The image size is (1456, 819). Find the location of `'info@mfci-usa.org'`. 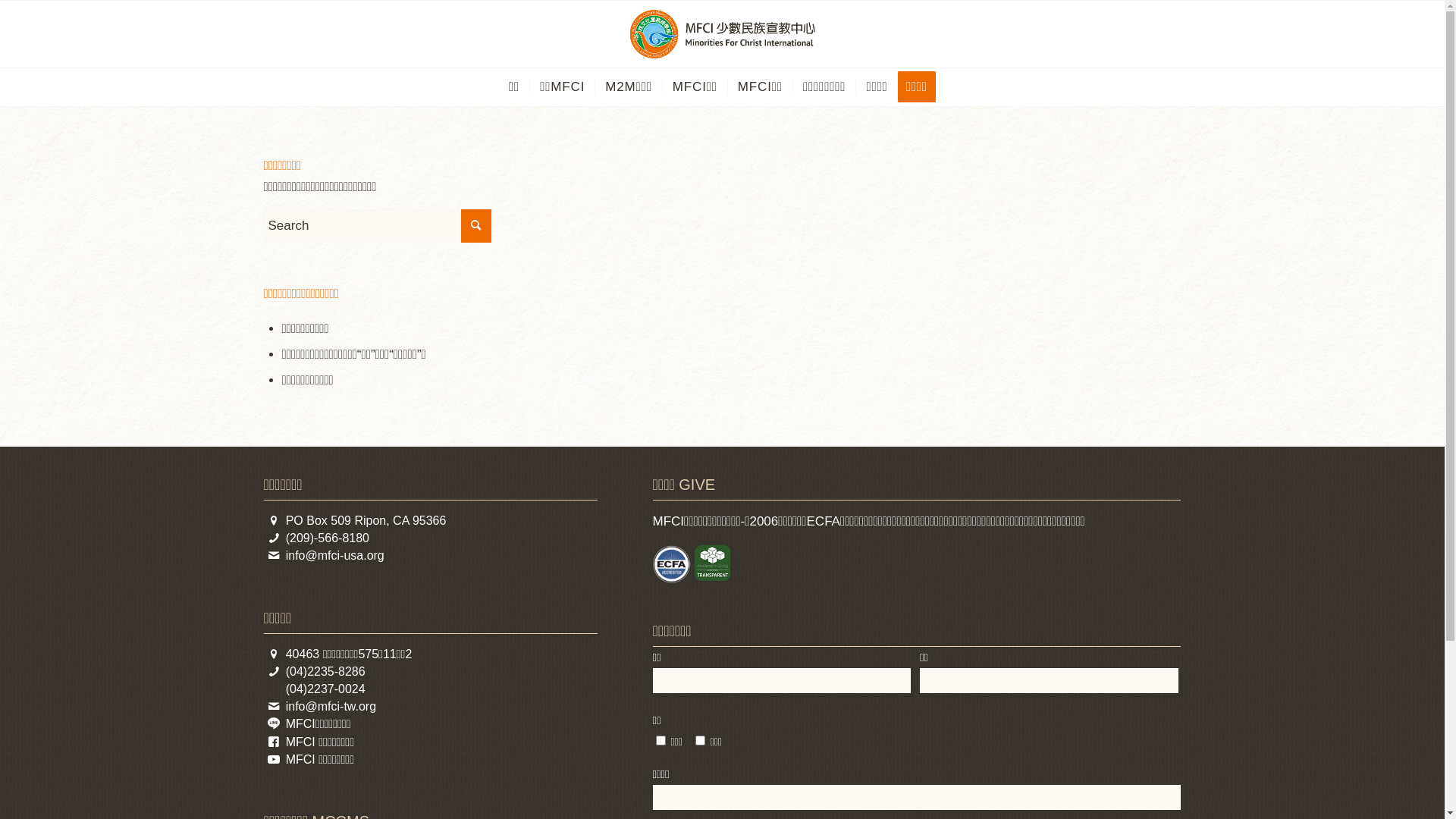

'info@mfci-usa.org' is located at coordinates (334, 555).